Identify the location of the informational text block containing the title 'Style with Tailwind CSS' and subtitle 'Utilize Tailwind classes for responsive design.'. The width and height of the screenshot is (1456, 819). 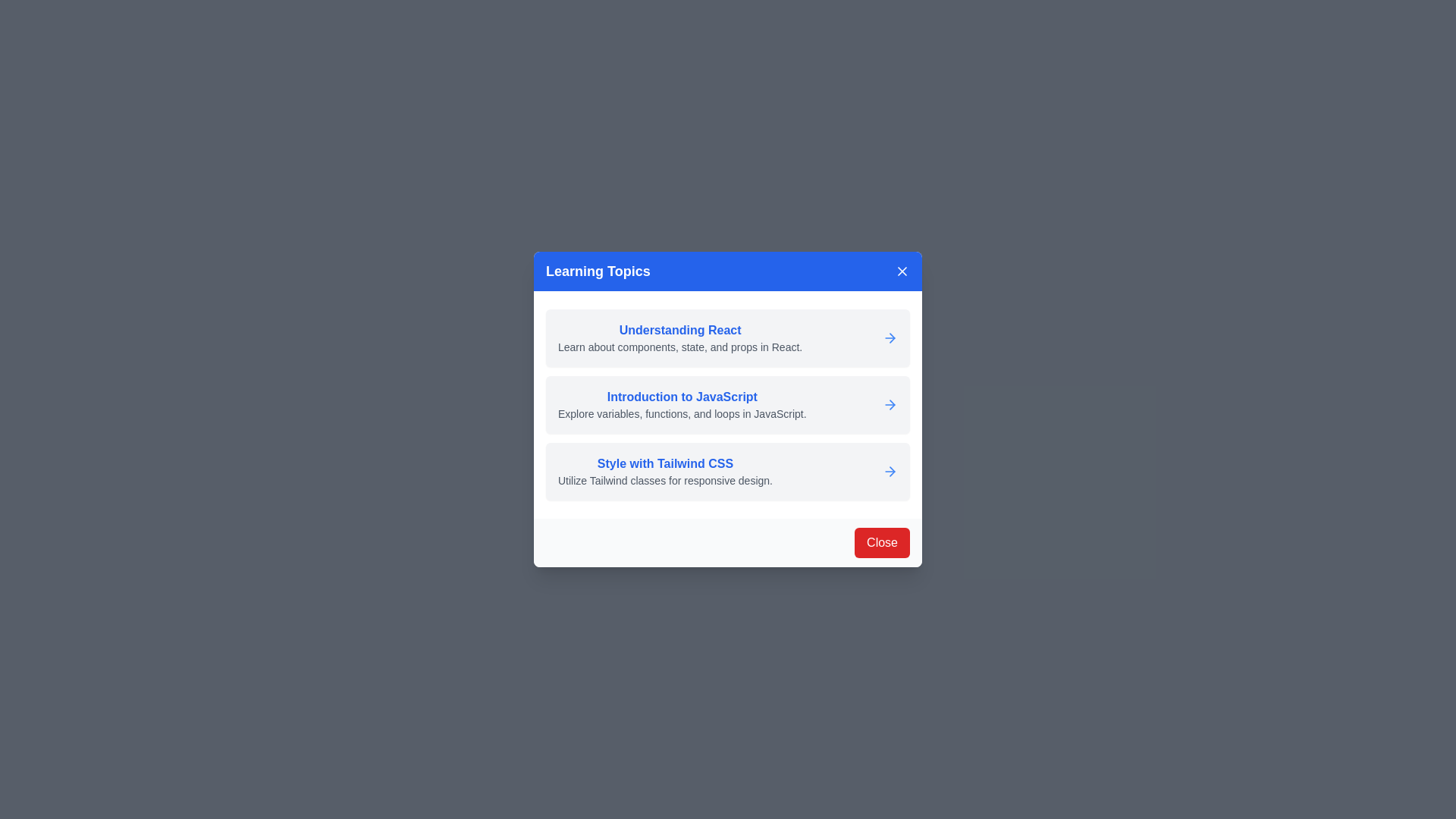
(665, 470).